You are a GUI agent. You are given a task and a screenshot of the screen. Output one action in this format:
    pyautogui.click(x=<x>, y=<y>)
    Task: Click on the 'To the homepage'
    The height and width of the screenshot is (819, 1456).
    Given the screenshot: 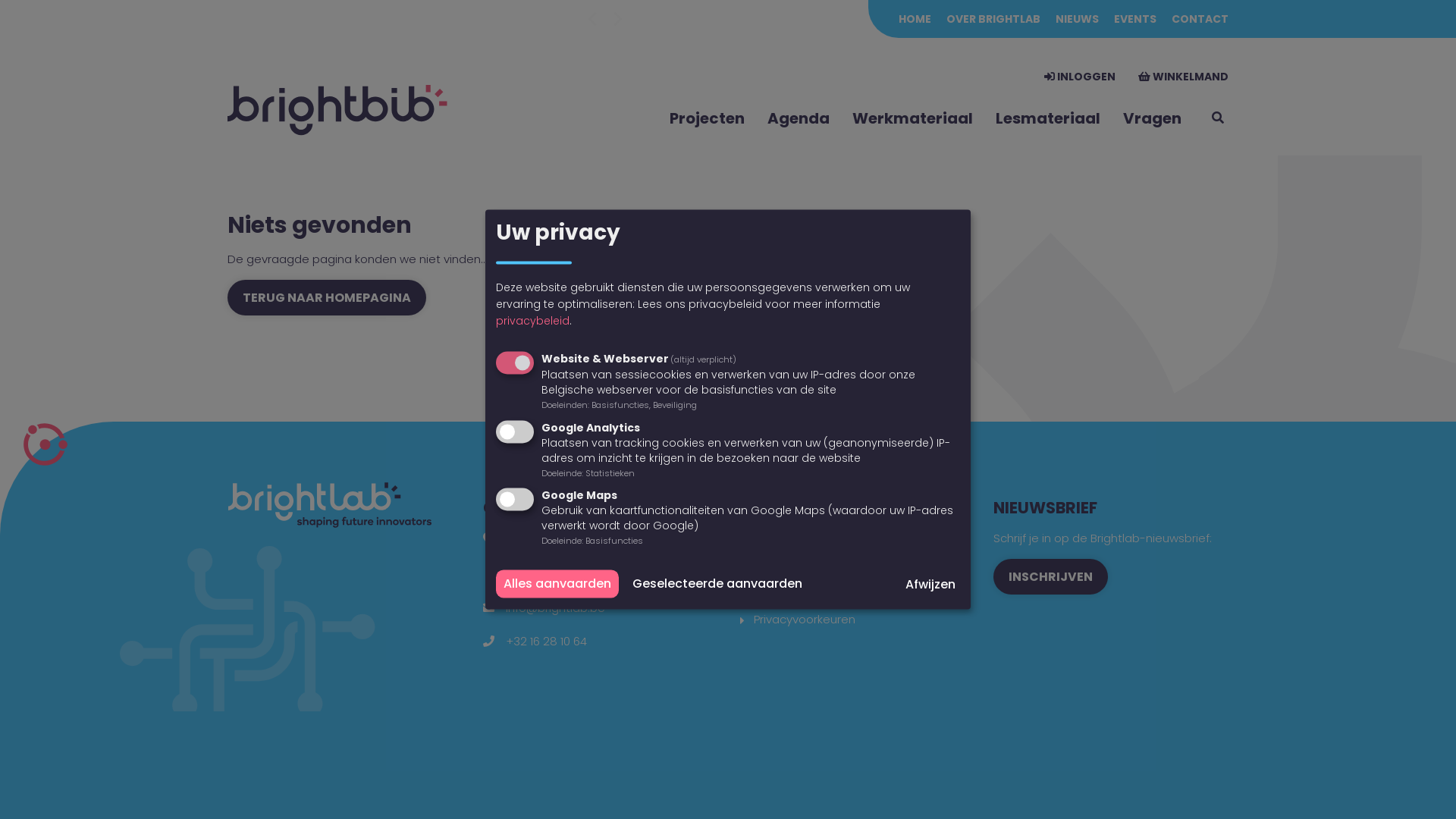 What is the action you would take?
    pyautogui.click(x=340, y=110)
    